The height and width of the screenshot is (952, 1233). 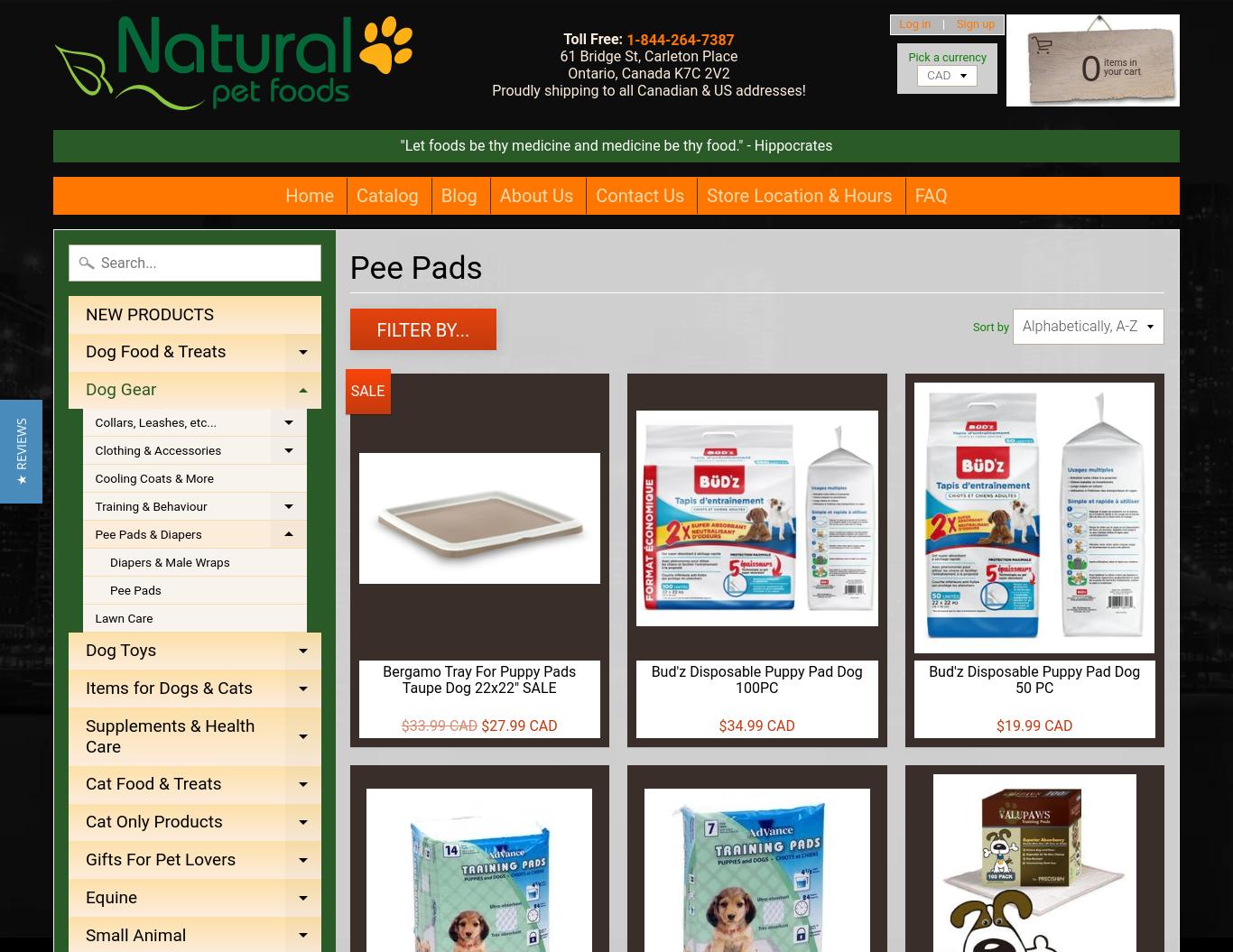 What do you see at coordinates (615, 145) in the screenshot?
I see `'"Let foods be thy medicine and medicine be thy food." - Hippocrates'` at bounding box center [615, 145].